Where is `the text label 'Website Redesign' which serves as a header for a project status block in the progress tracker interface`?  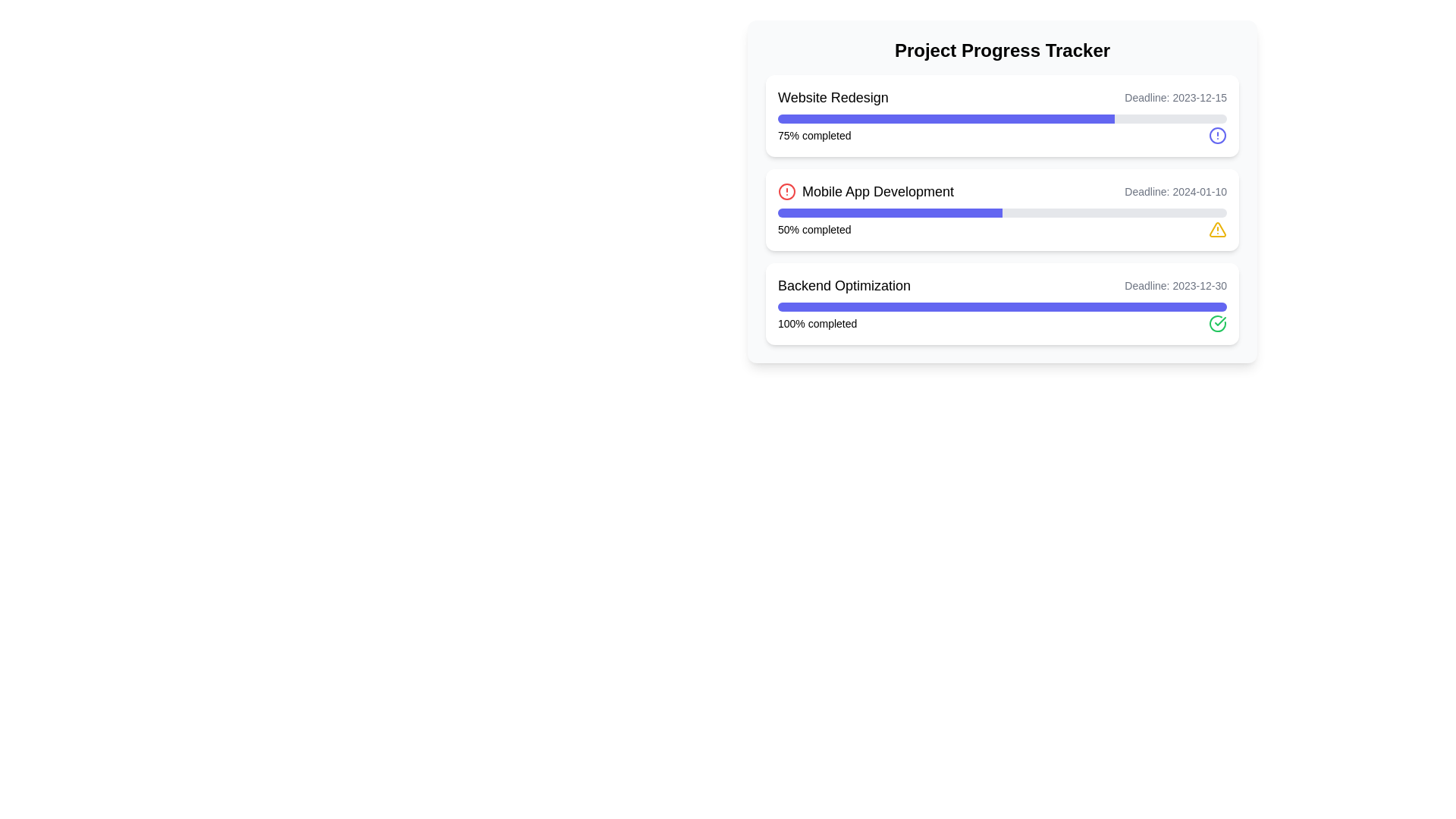
the text label 'Website Redesign' which serves as a header for a project status block in the progress tracker interface is located at coordinates (832, 97).